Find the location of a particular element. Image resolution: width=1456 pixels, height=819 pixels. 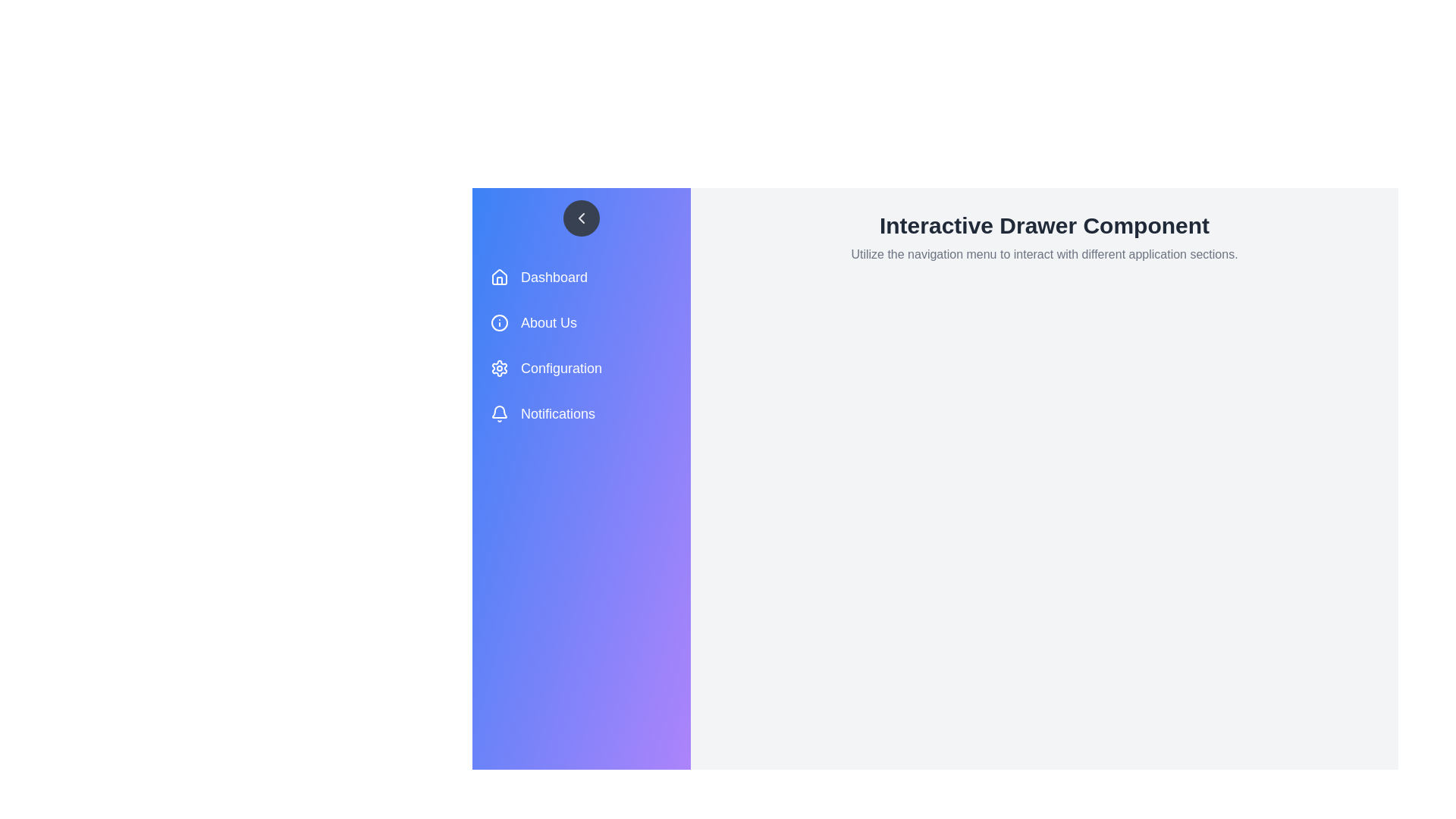

the 'Notifications' menu item with the bell icon located in the navigation menu is located at coordinates (586, 414).